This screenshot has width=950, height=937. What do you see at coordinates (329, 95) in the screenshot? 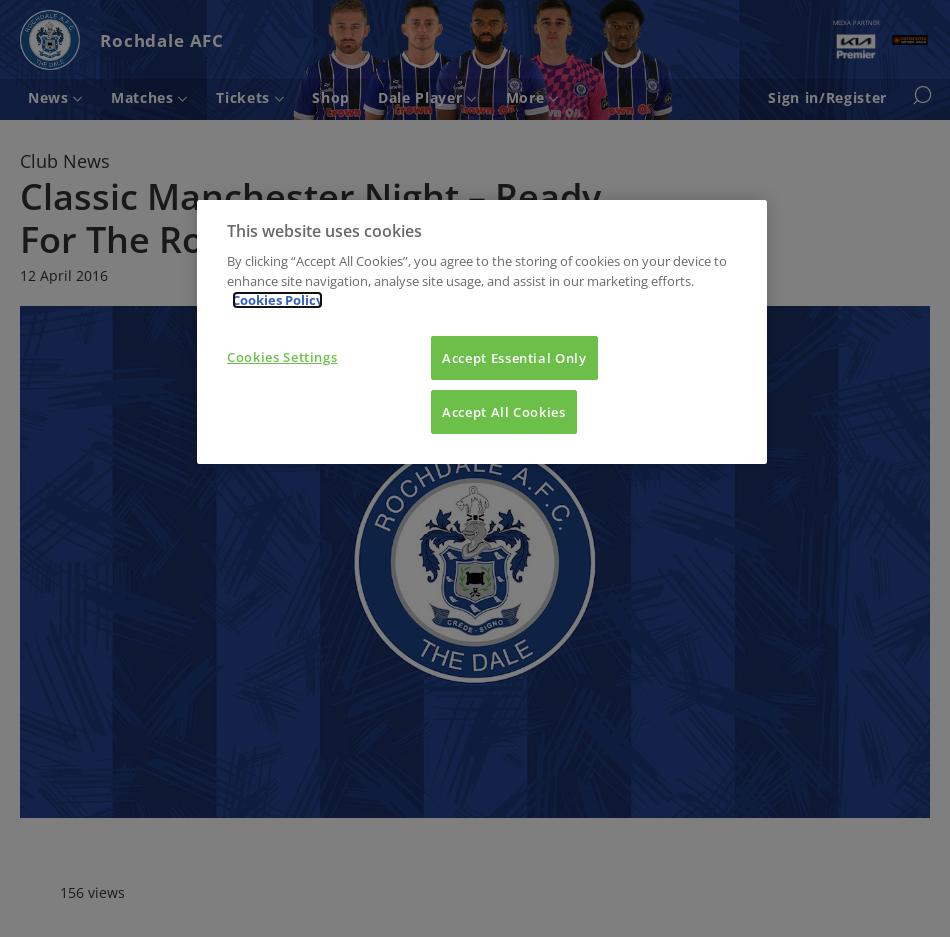
I see `'Shop'` at bounding box center [329, 95].